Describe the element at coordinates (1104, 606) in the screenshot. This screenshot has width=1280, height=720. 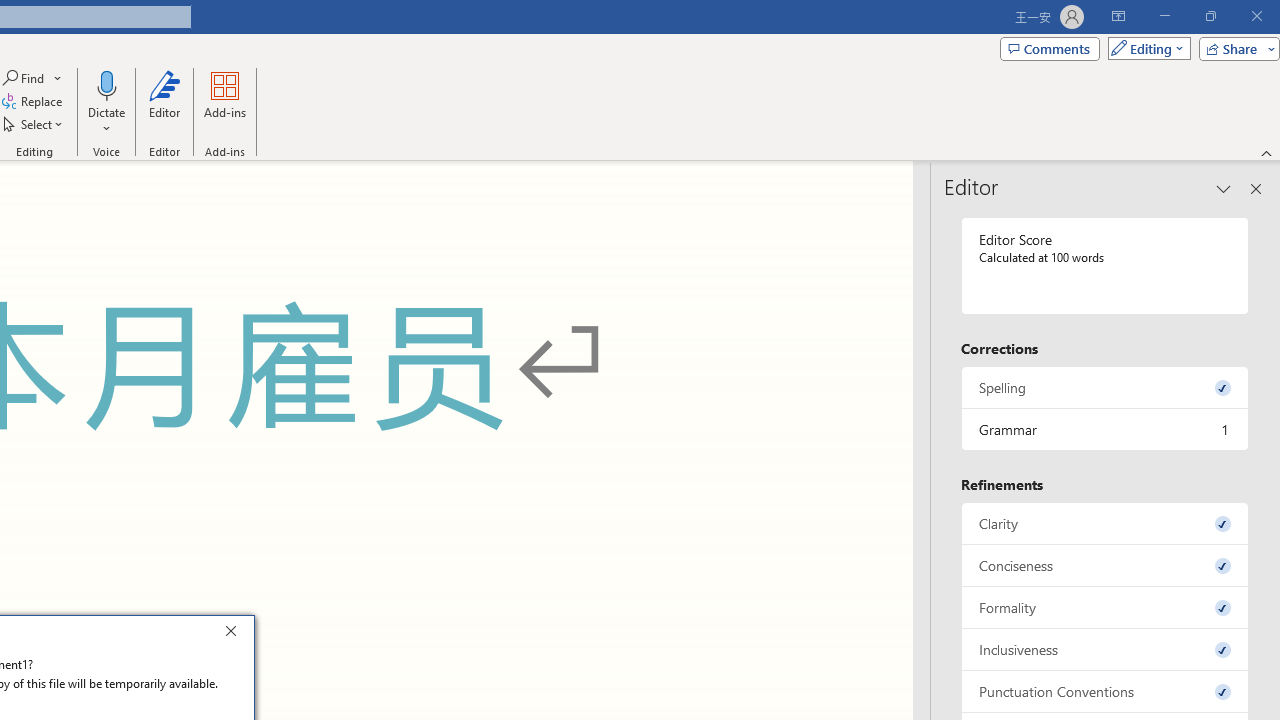
I see `'Formality, 0 issues. Press space or enter to review items.'` at that location.